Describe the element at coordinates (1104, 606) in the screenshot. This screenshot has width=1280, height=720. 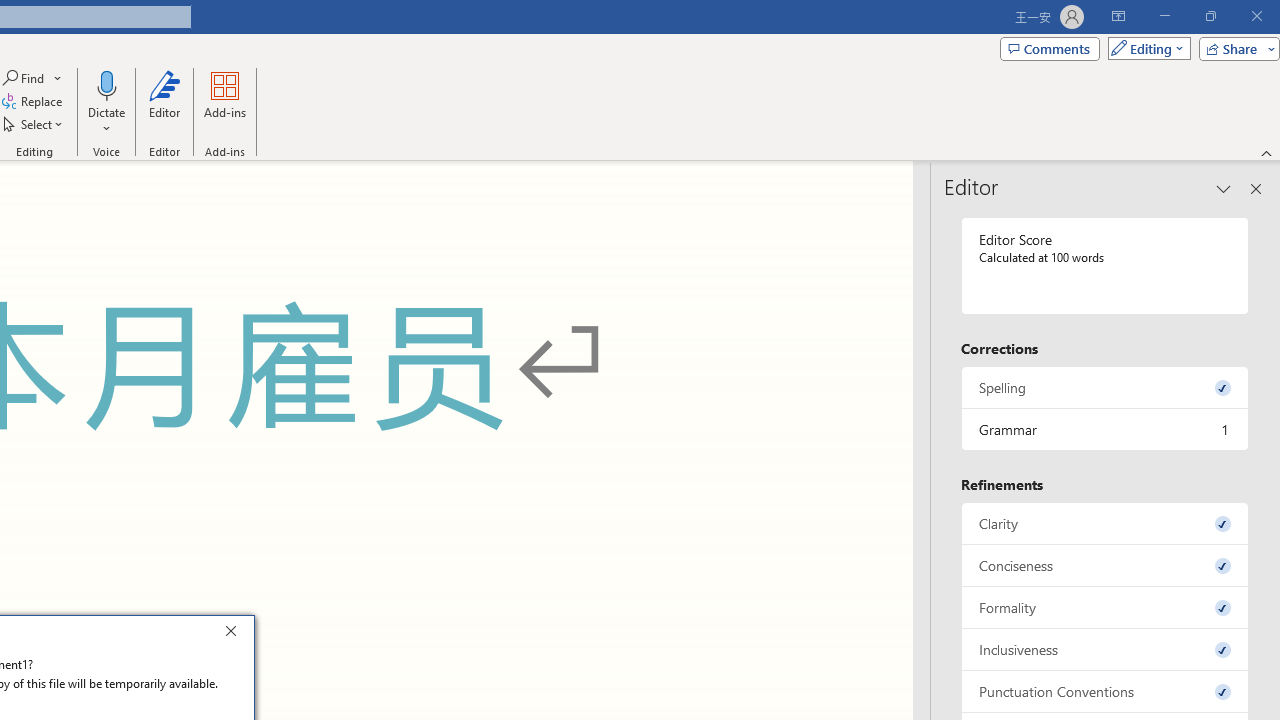
I see `'Formality, 0 issues. Press space or enter to review items.'` at that location.